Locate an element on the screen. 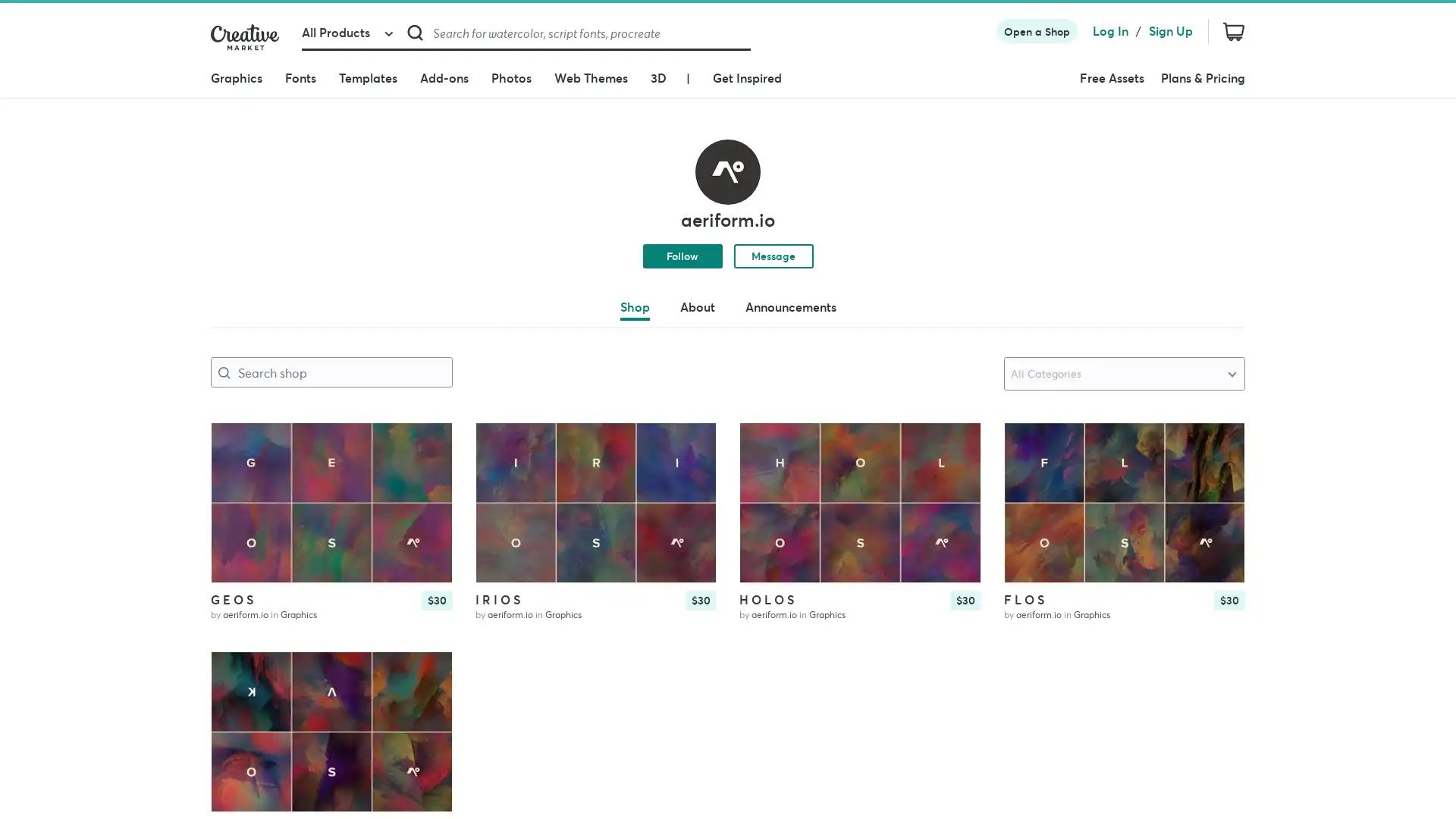 This screenshot has width=1456, height=819. Save is located at coordinates (1220, 469).